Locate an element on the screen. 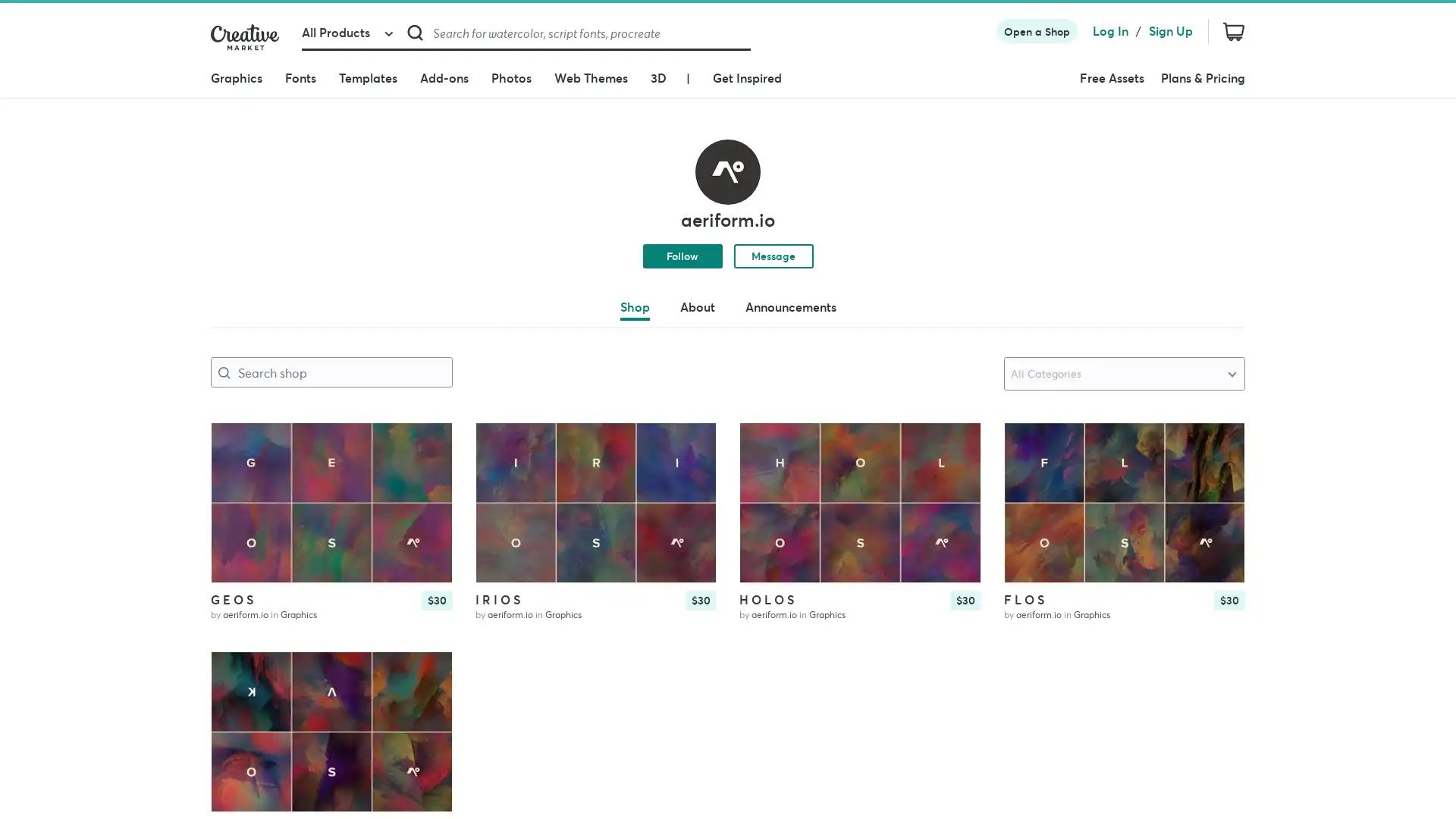 This screenshot has width=1456, height=819. Save is located at coordinates (1220, 469).